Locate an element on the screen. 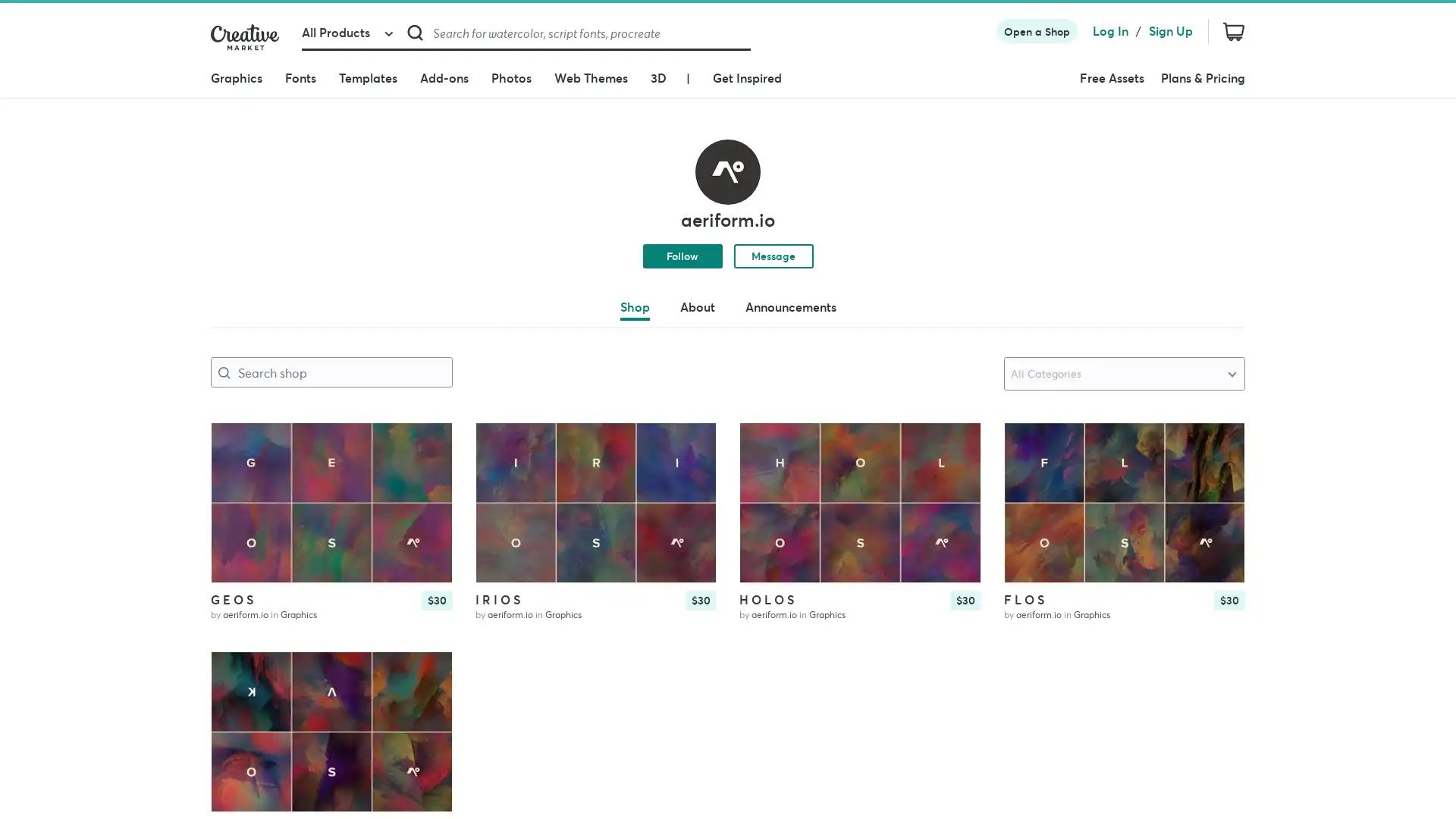 This screenshot has width=1456, height=819. Save is located at coordinates (1220, 469).